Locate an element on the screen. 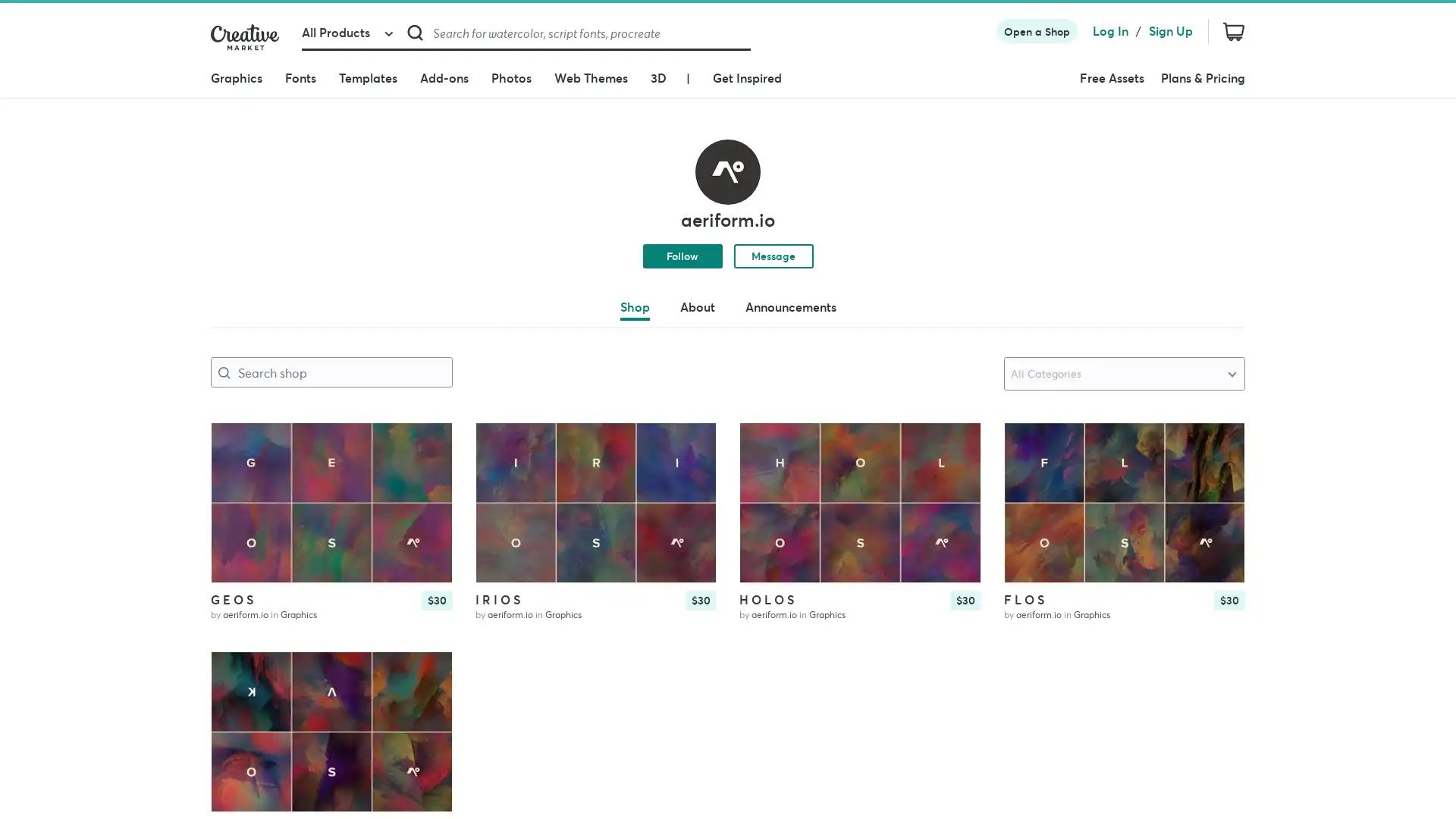 This screenshot has width=1456, height=819. Save is located at coordinates (1220, 469).